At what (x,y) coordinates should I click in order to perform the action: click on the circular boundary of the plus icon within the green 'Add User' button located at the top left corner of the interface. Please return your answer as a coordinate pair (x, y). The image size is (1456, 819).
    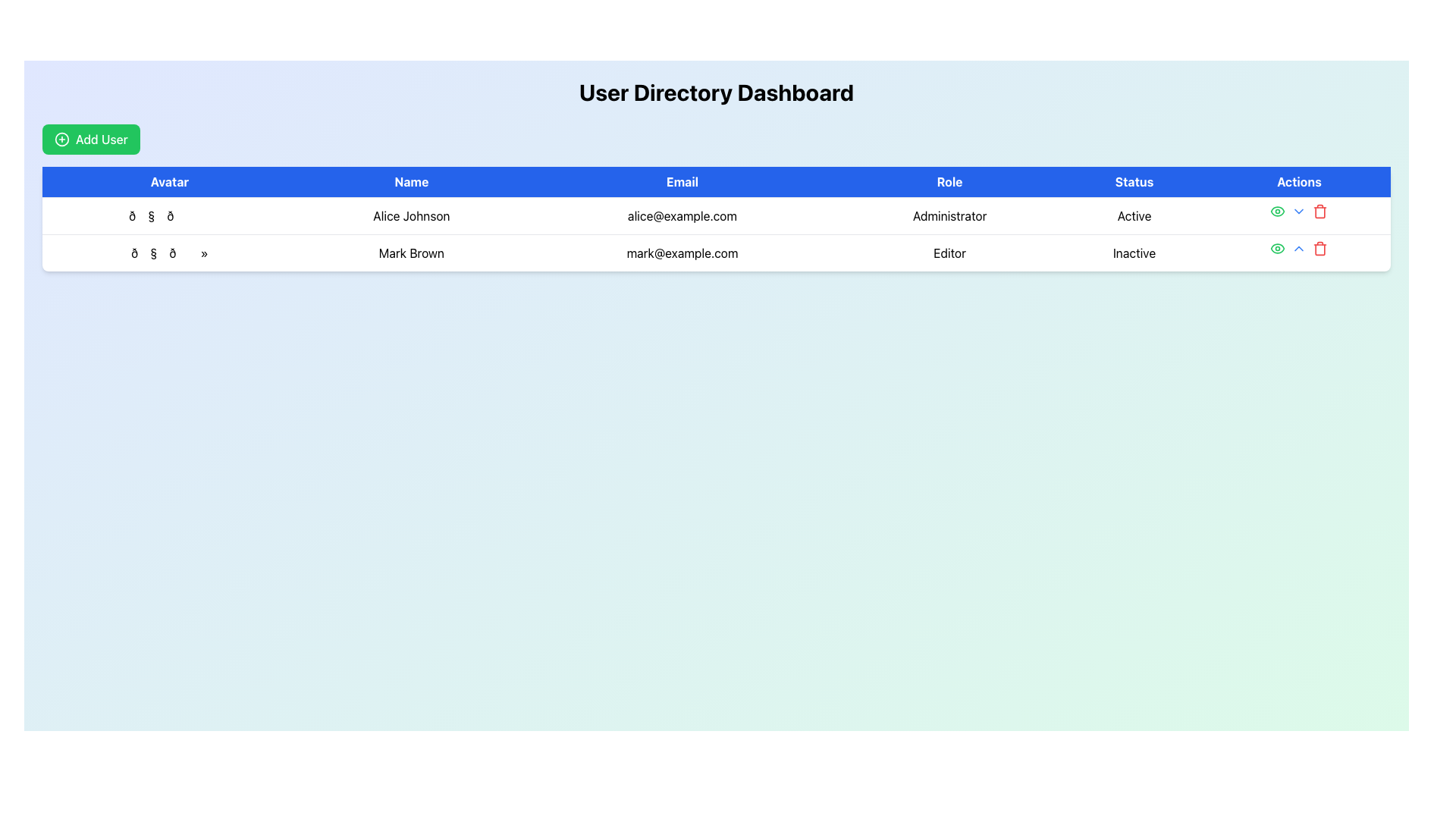
    Looking at the image, I should click on (61, 140).